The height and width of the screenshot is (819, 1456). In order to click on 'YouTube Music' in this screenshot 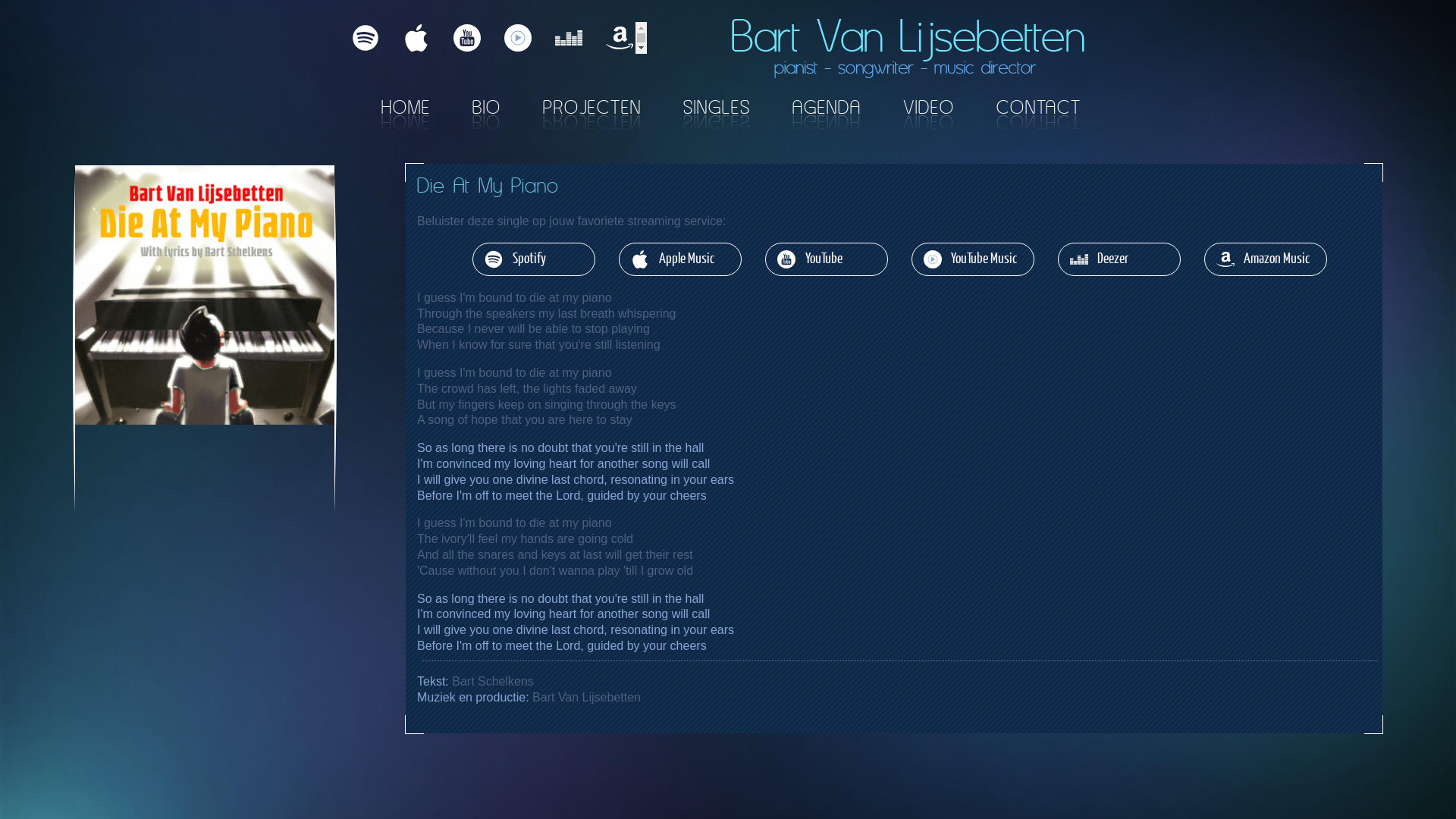, I will do `click(972, 259)`.